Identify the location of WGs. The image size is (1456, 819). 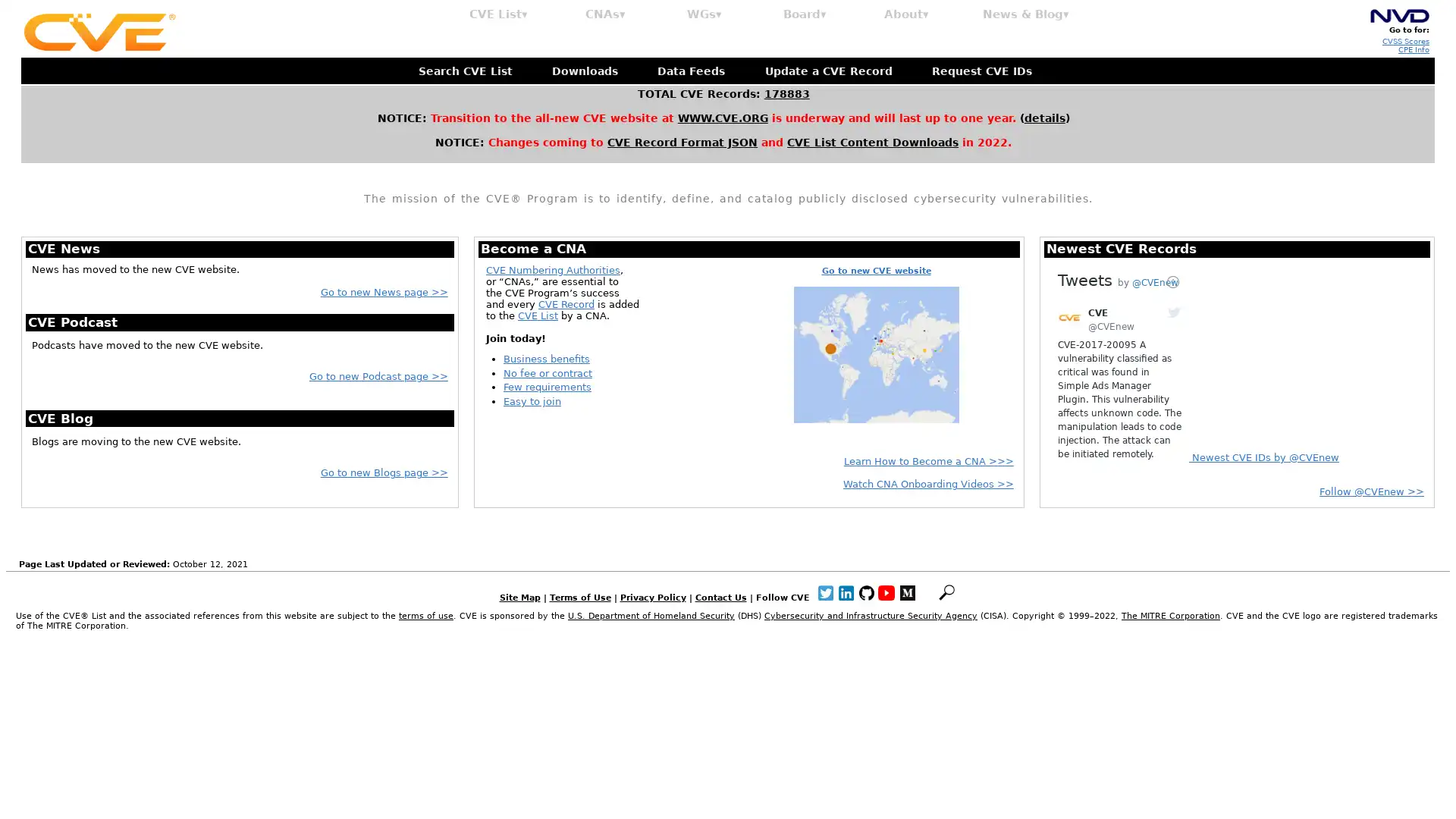
(704, 14).